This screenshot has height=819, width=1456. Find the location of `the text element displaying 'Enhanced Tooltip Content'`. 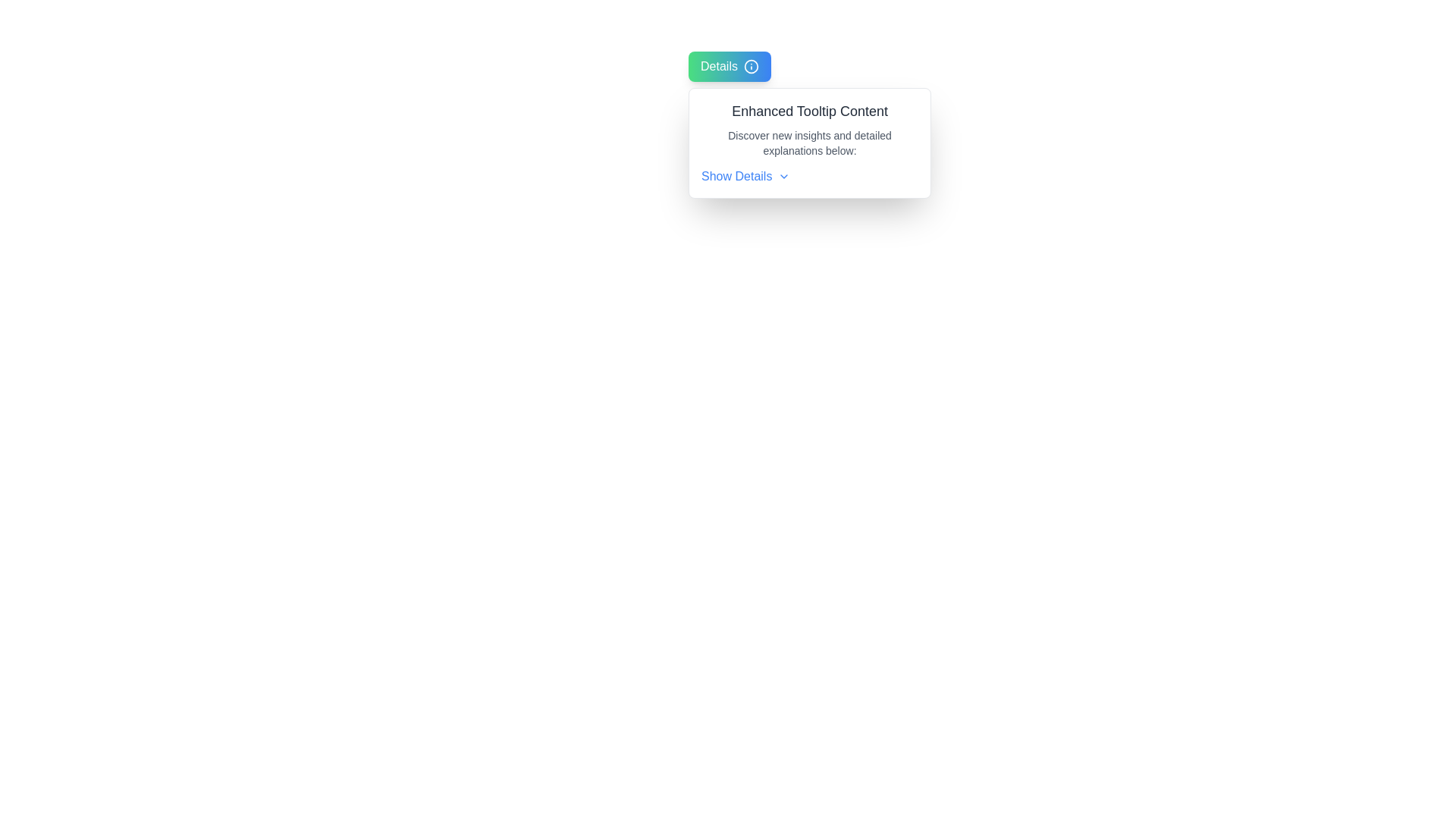

the text element displaying 'Enhanced Tooltip Content' is located at coordinates (809, 110).